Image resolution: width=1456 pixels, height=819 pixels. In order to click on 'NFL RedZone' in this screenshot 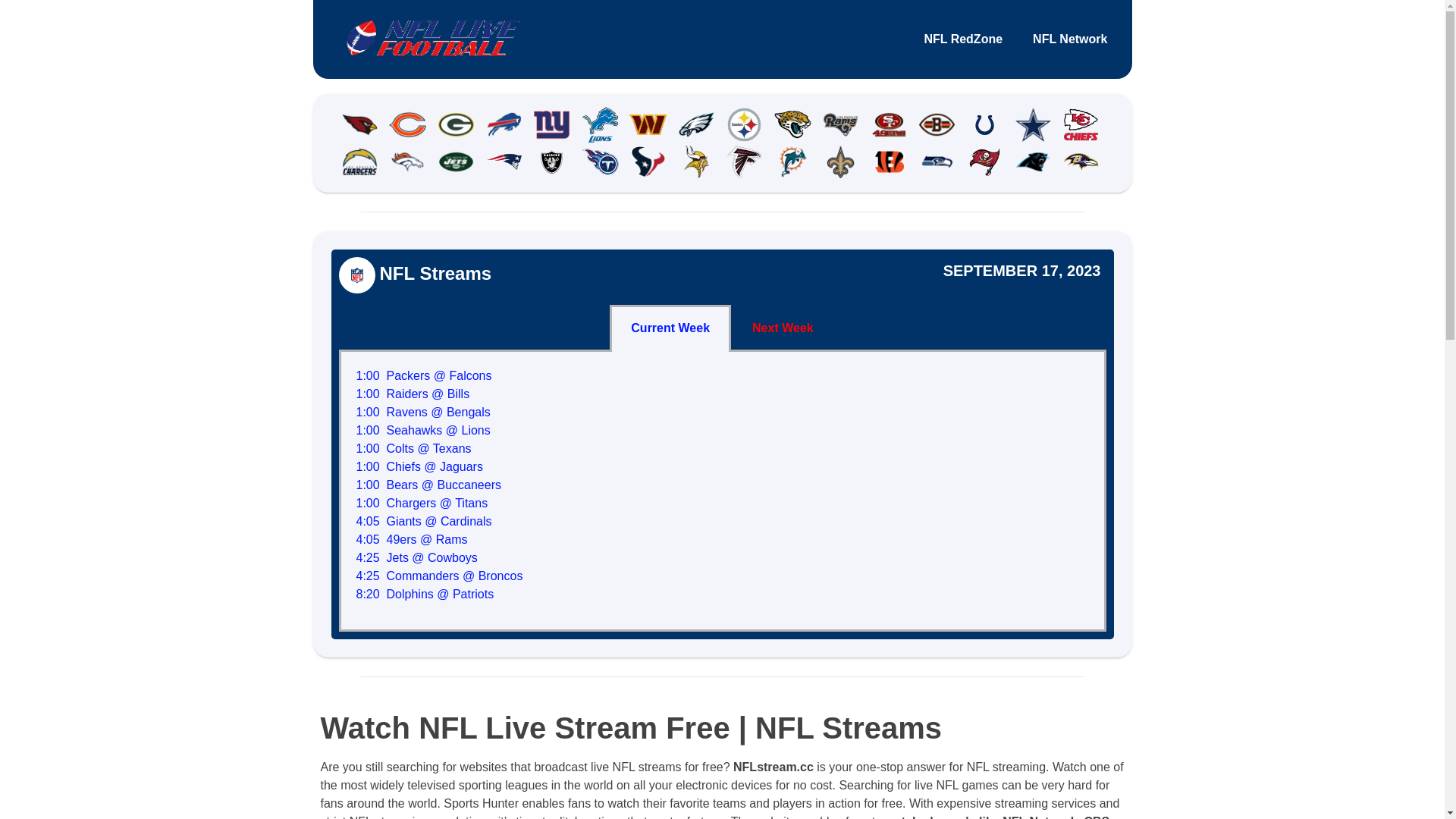, I will do `click(962, 38)`.